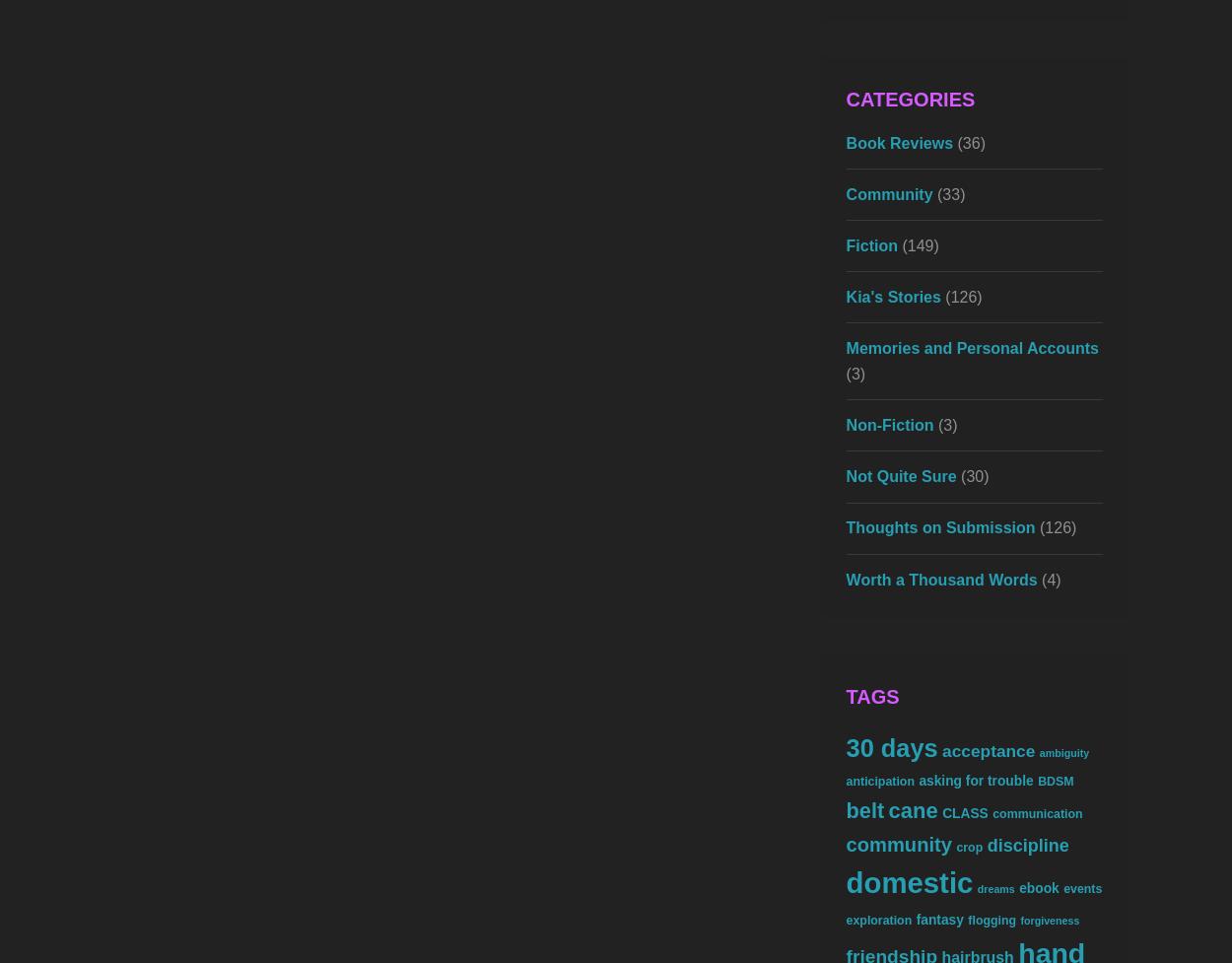 The width and height of the screenshot is (1232, 963). I want to click on '(30)', so click(971, 476).